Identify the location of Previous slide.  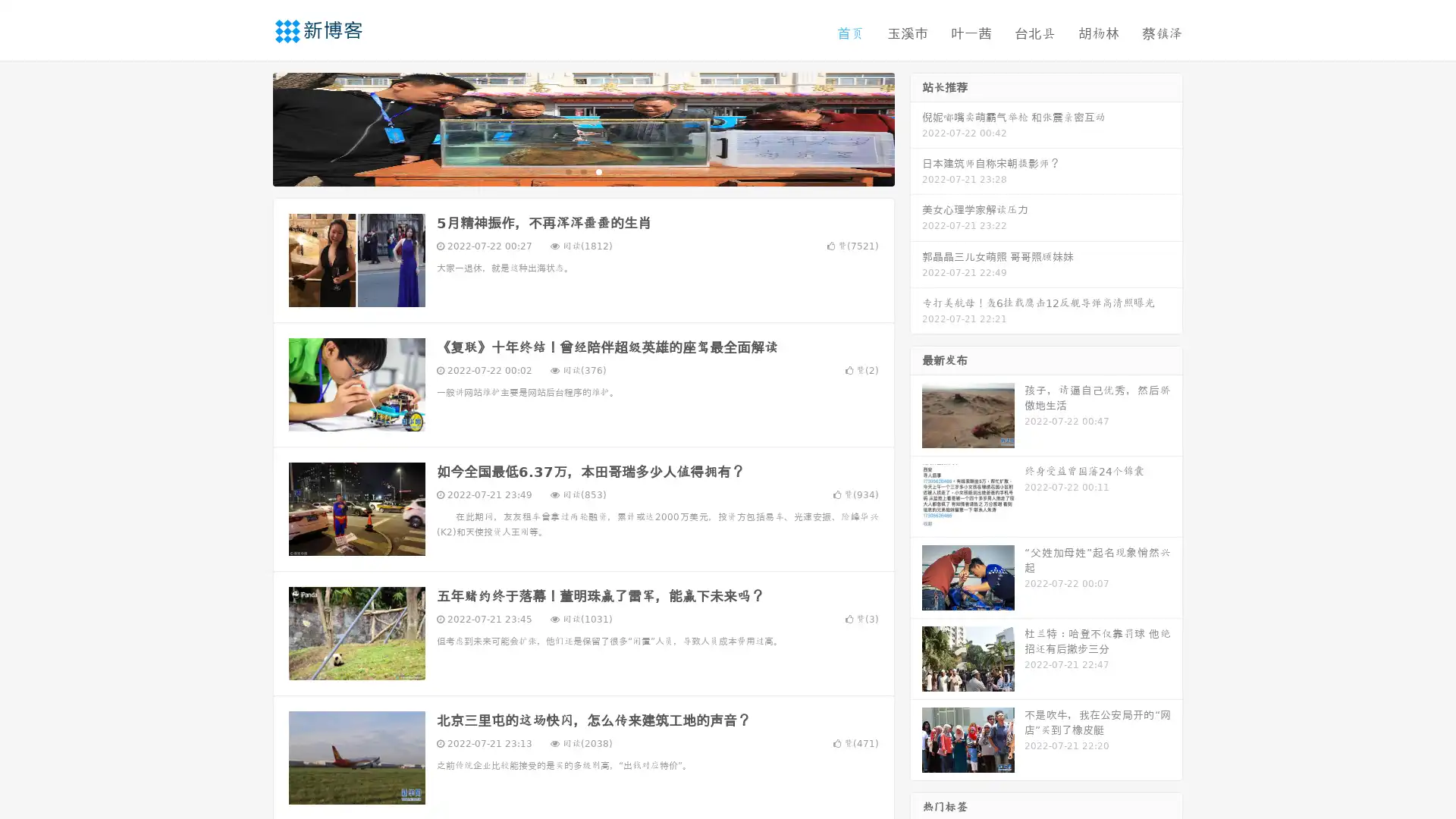
(250, 127).